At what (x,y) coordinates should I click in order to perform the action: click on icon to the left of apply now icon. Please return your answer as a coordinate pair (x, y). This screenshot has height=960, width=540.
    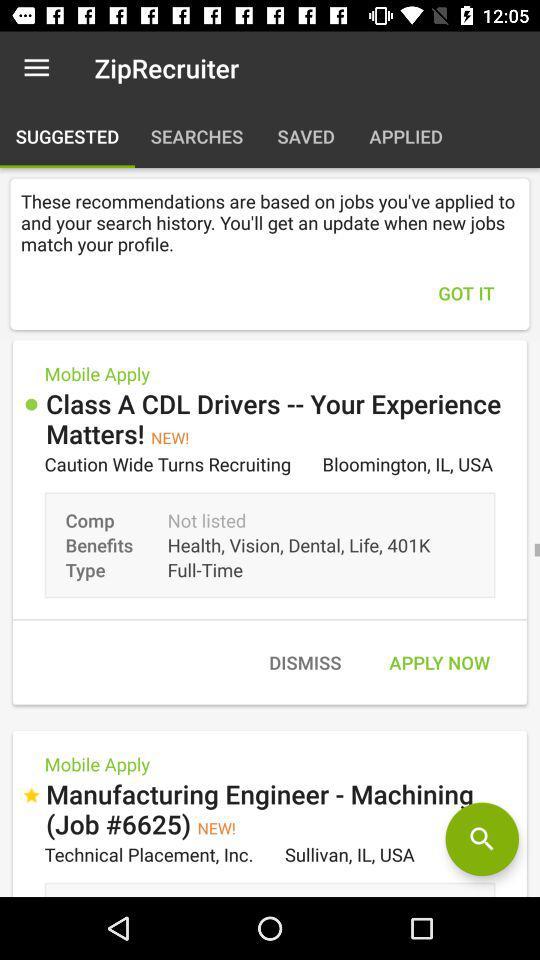
    Looking at the image, I should click on (305, 662).